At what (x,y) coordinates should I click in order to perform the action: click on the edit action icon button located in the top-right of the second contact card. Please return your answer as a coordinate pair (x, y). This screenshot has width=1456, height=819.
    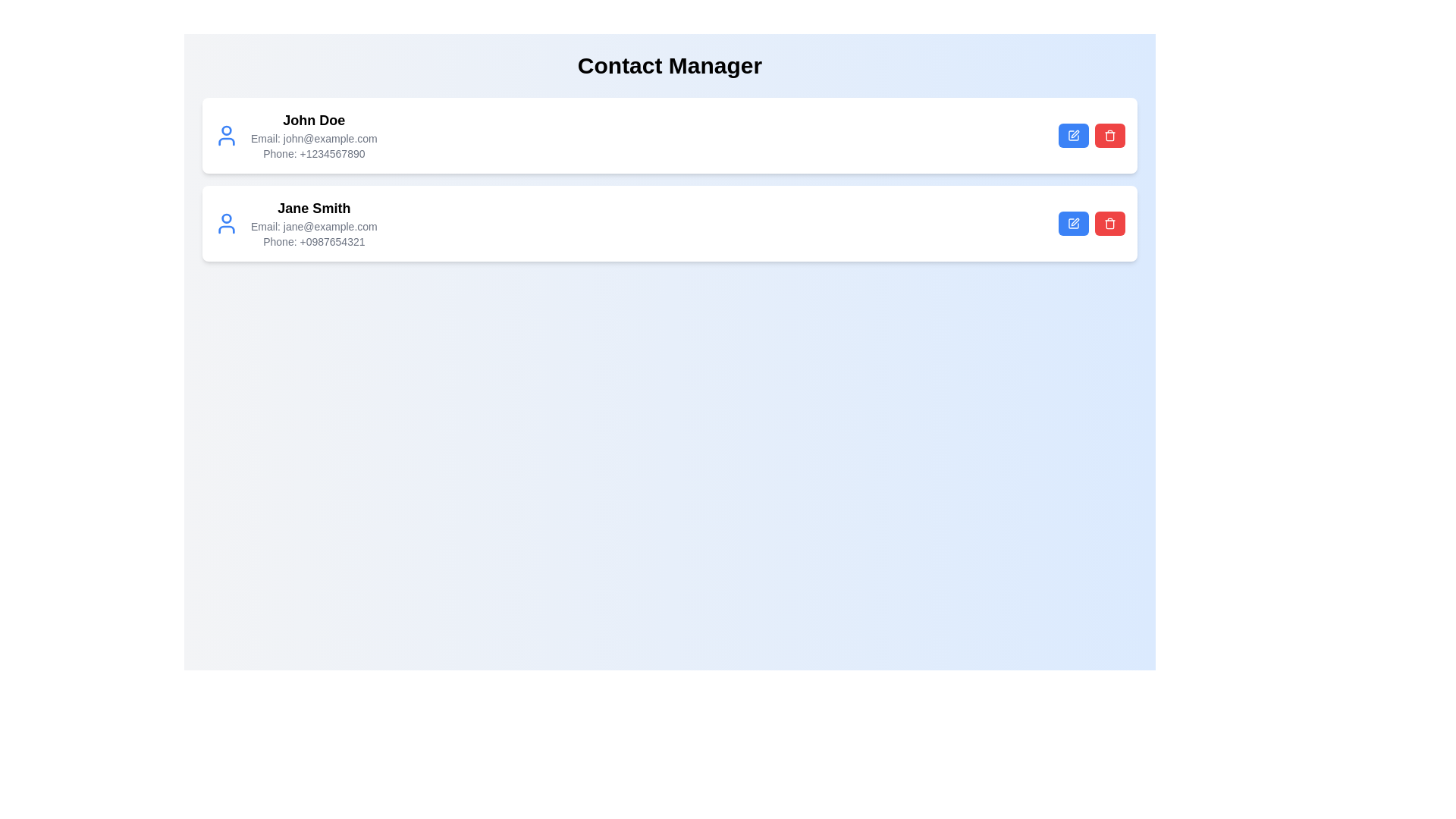
    Looking at the image, I should click on (1073, 223).